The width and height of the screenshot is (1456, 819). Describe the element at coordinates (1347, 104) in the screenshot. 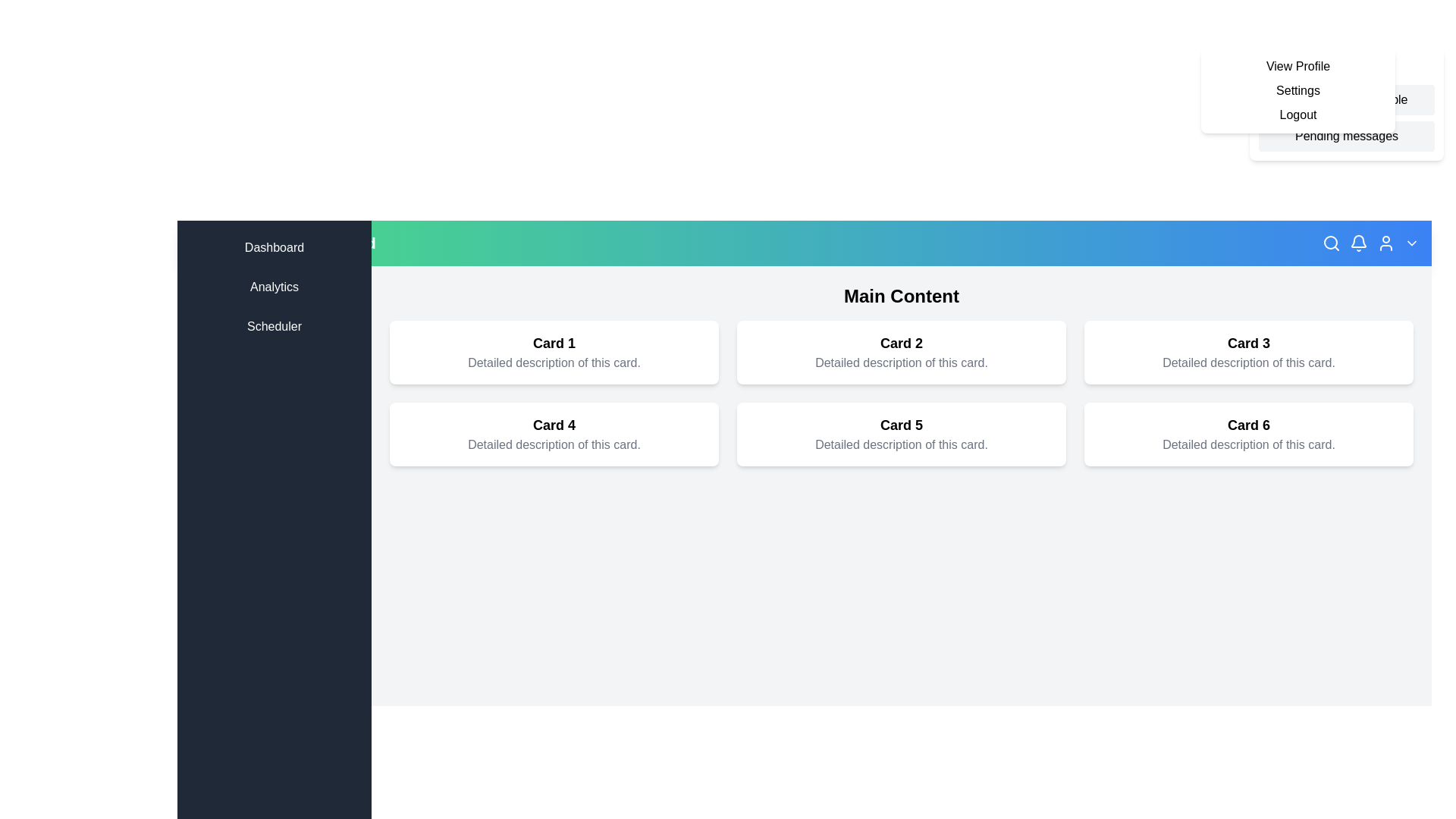

I see `the Notification panel in the upper-right corner of the interface` at that location.